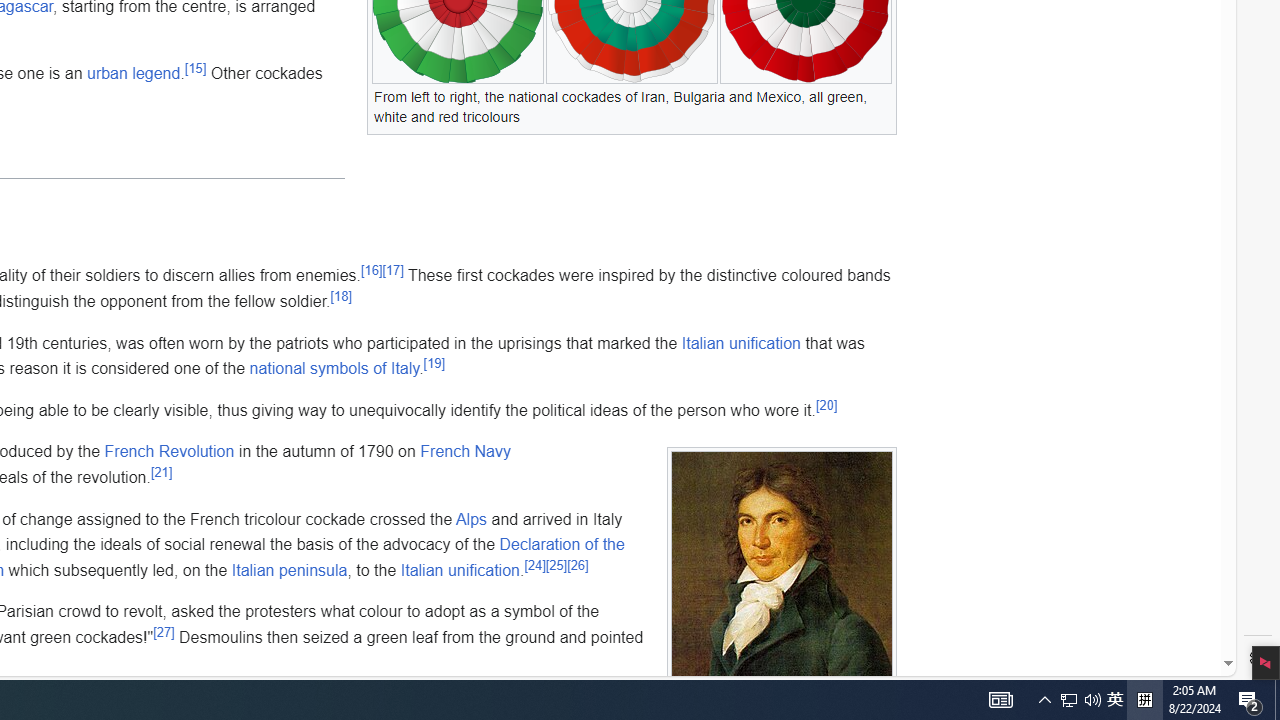 Image resolution: width=1280 pixels, height=720 pixels. Describe the element at coordinates (288, 569) in the screenshot. I see `'Italian peninsula'` at that location.